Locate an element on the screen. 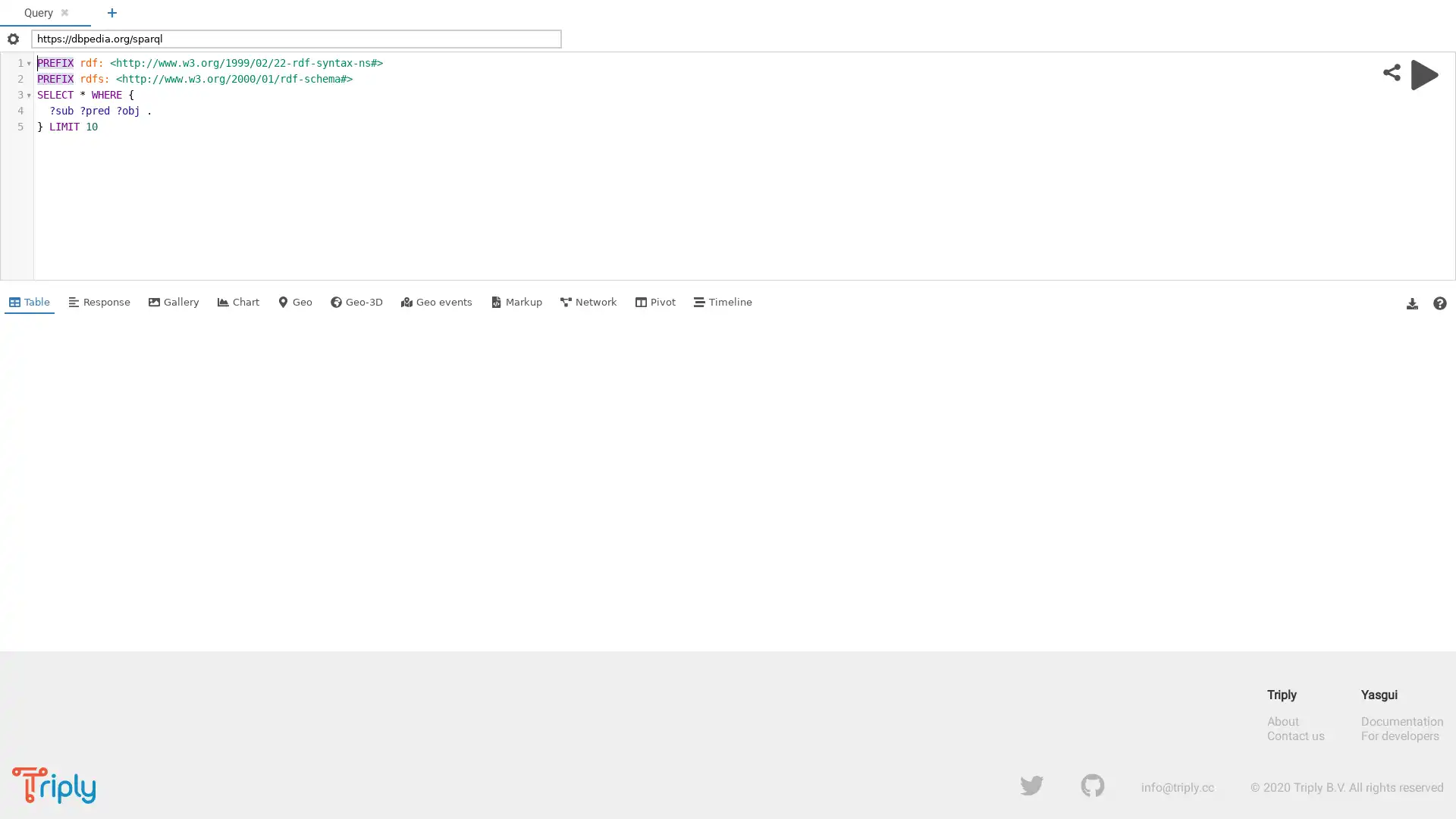 The width and height of the screenshot is (1456, 819). Shows Response view is located at coordinates (98, 303).